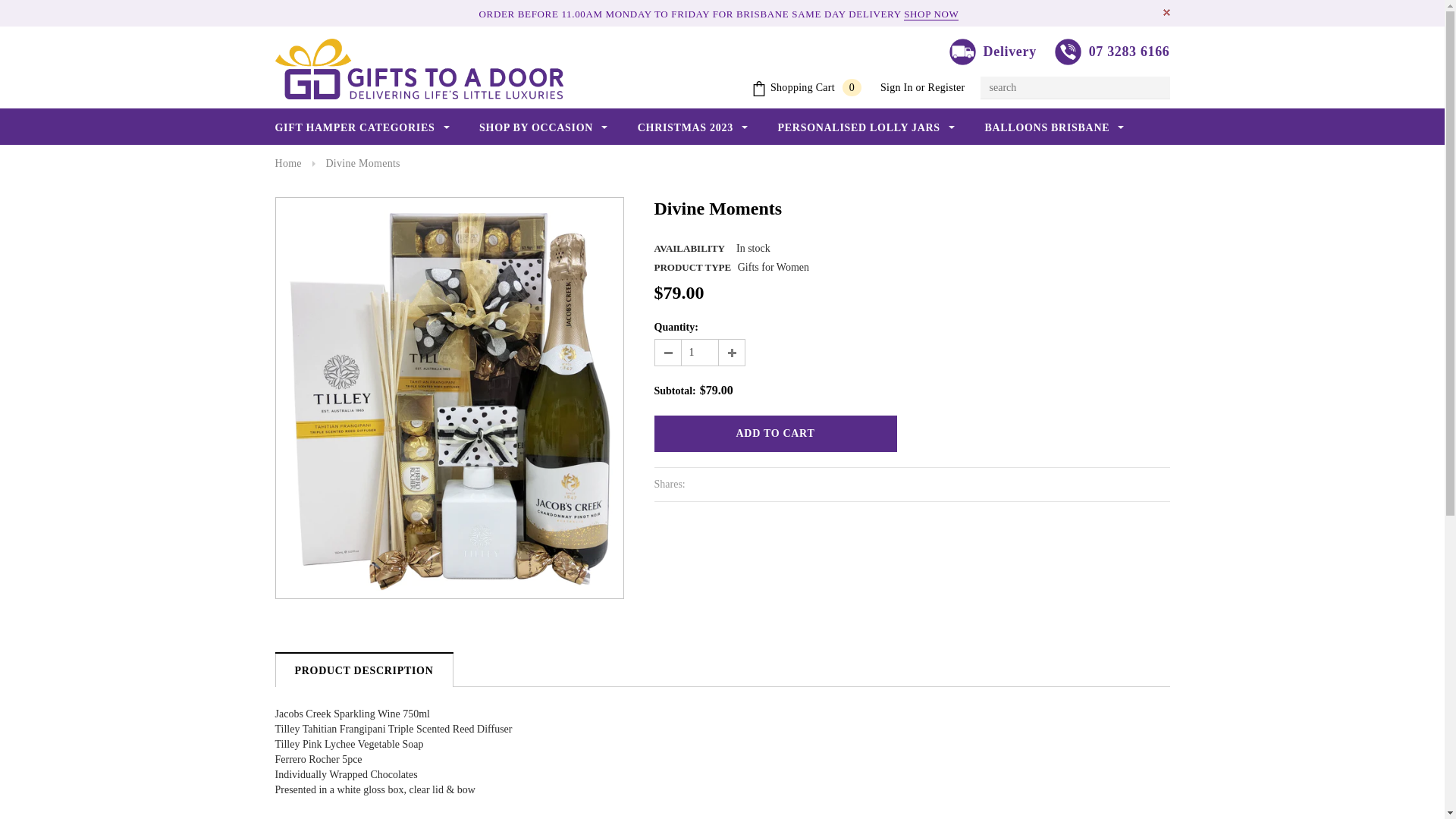 The height and width of the screenshot is (819, 1456). Describe the element at coordinates (1053, 127) in the screenshot. I see `'BALLOONS BRISBANE'` at that location.